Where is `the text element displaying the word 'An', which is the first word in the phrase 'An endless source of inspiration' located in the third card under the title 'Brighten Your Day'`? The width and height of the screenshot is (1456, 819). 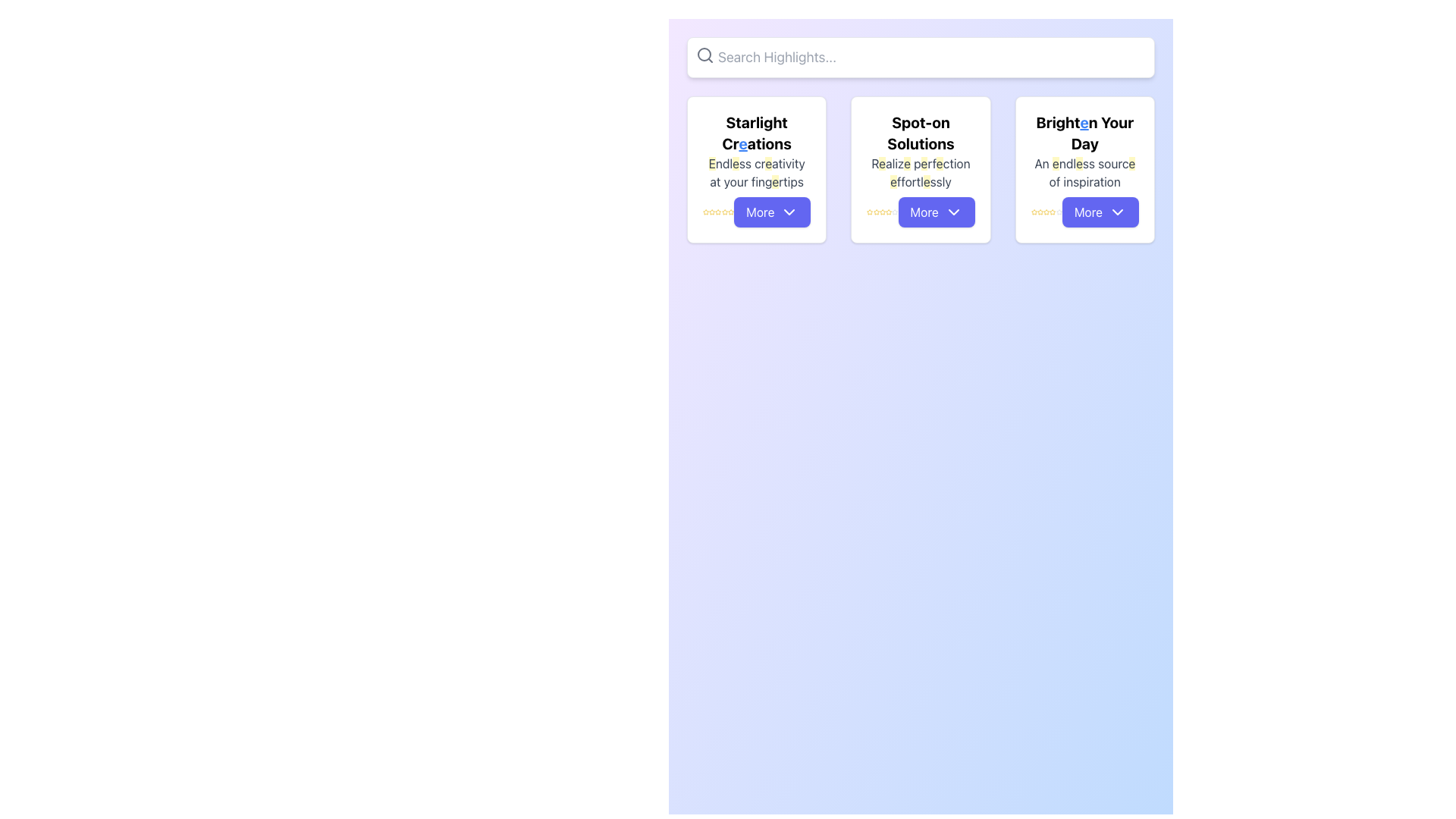
the text element displaying the word 'An', which is the first word in the phrase 'An endless source of inspiration' located in the third card under the title 'Brighten Your Day' is located at coordinates (1043, 164).